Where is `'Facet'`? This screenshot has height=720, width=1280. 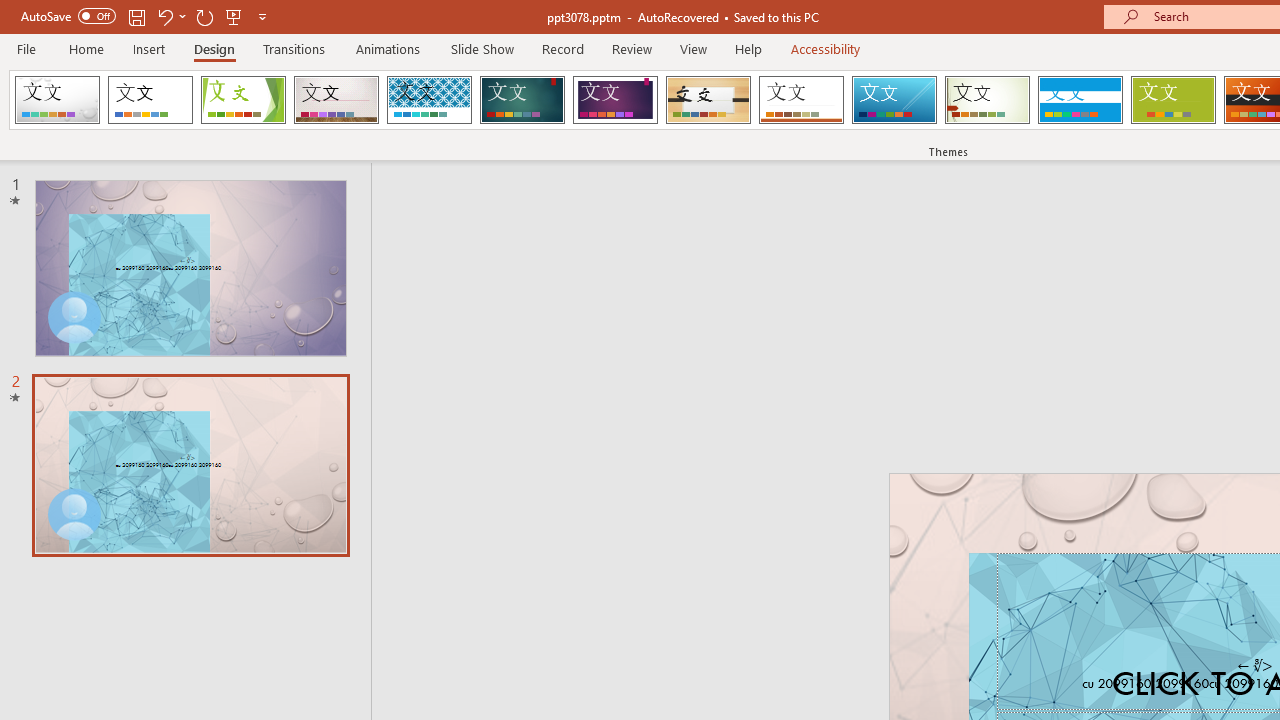
'Facet' is located at coordinates (242, 100).